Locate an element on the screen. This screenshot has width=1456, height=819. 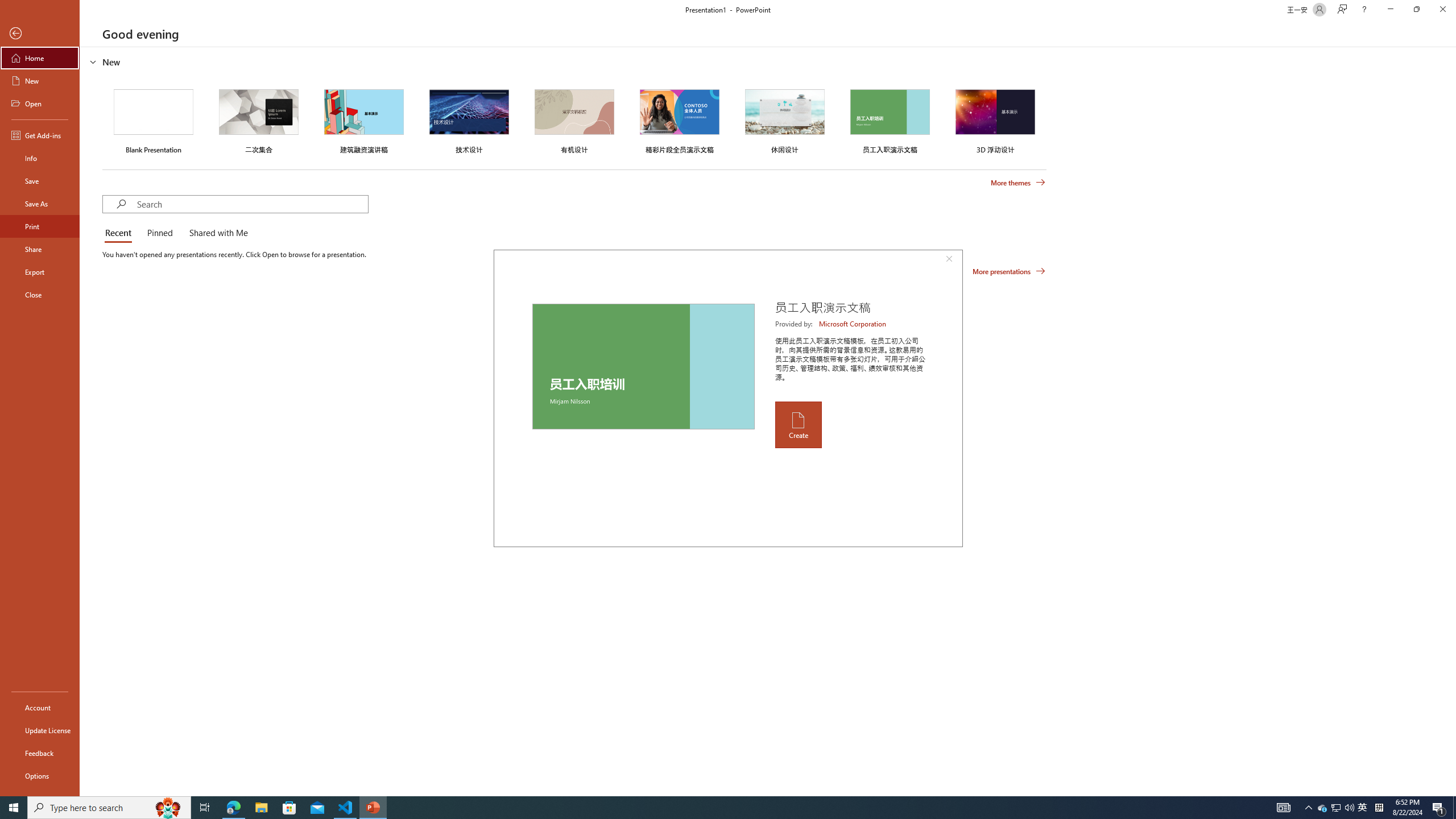
'Share' is located at coordinates (39, 248).